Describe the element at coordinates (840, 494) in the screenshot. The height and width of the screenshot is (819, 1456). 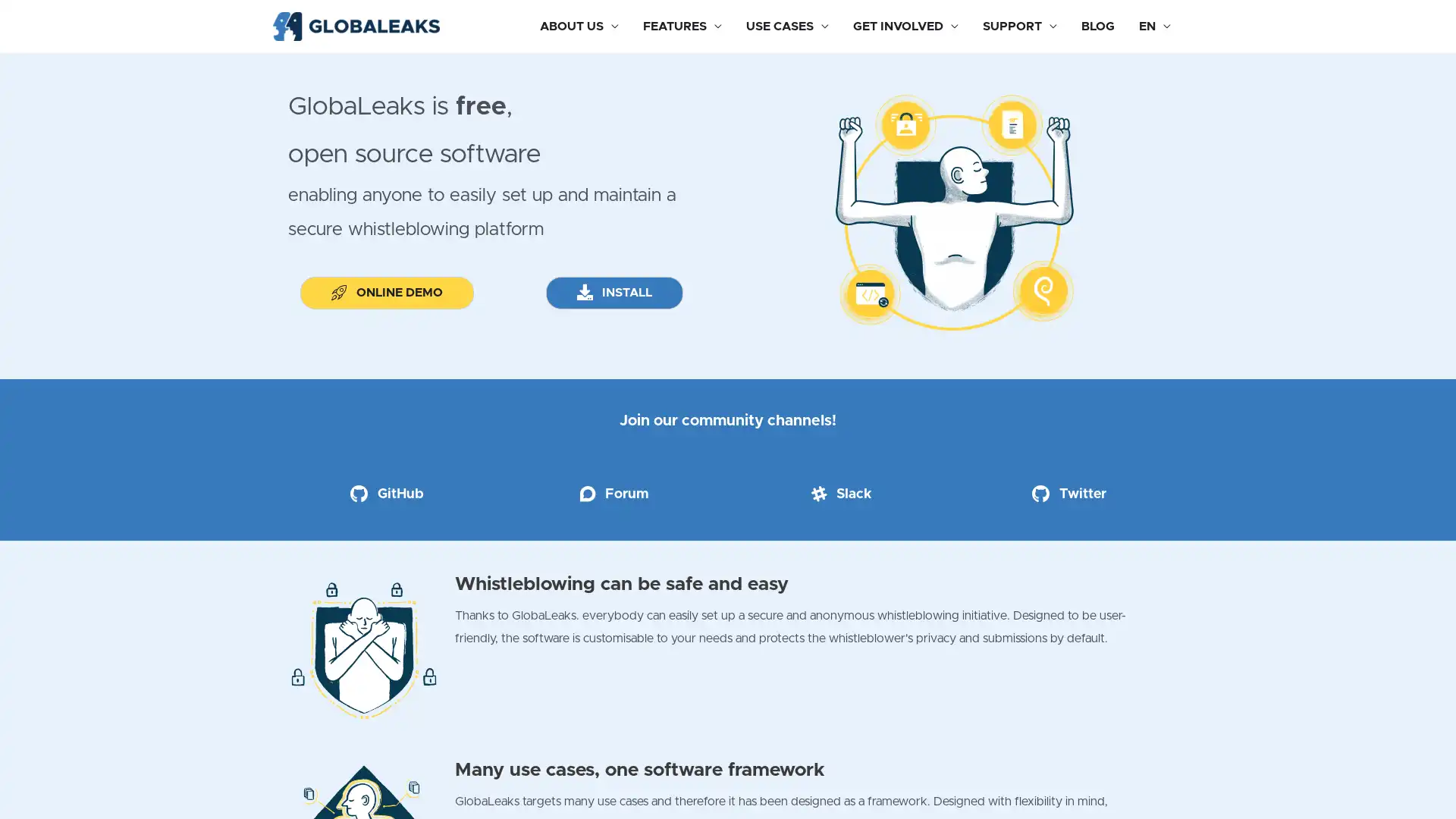
I see `Slack` at that location.